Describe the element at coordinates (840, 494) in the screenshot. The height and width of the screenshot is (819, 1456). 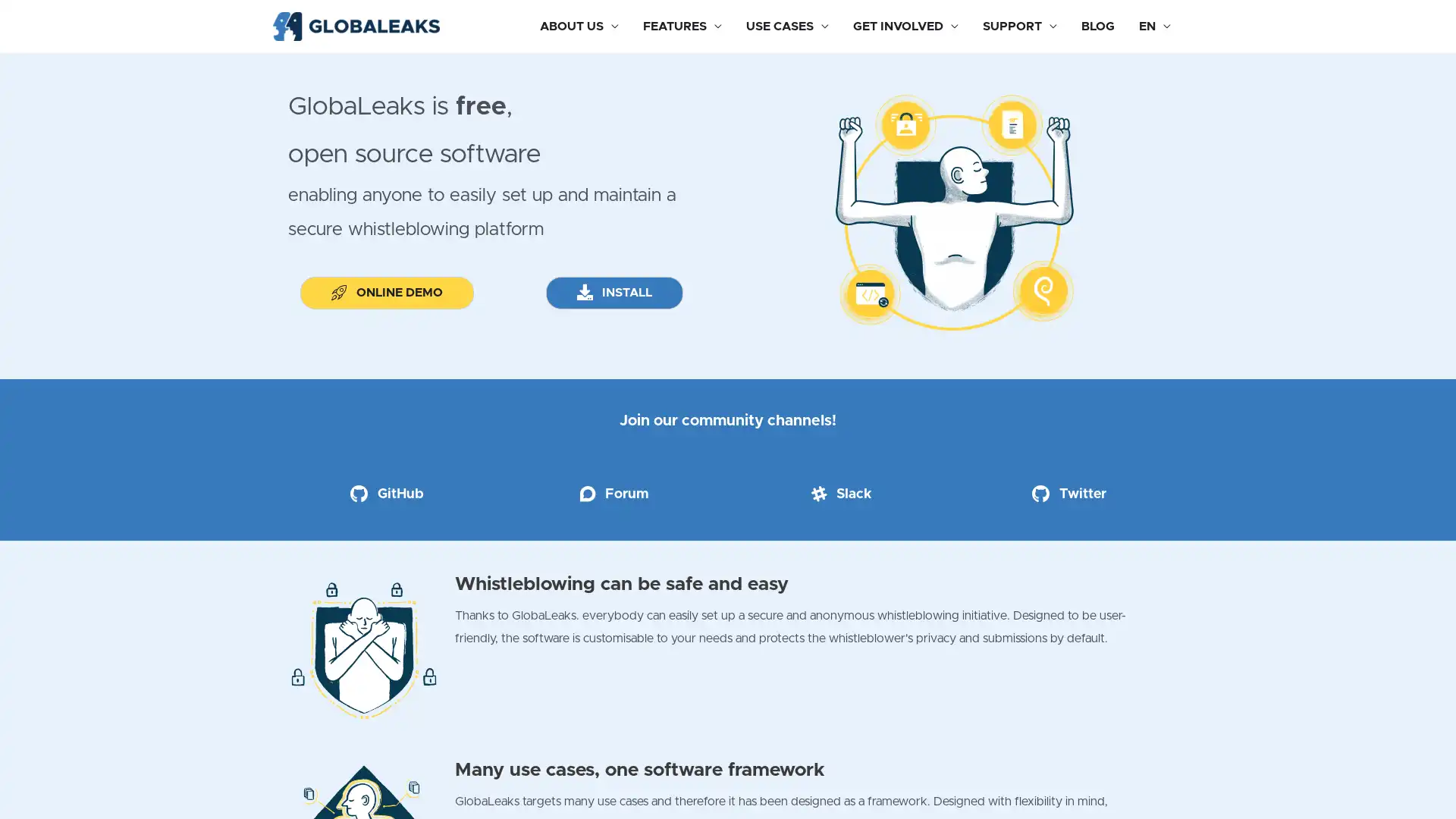
I see `Slack` at that location.